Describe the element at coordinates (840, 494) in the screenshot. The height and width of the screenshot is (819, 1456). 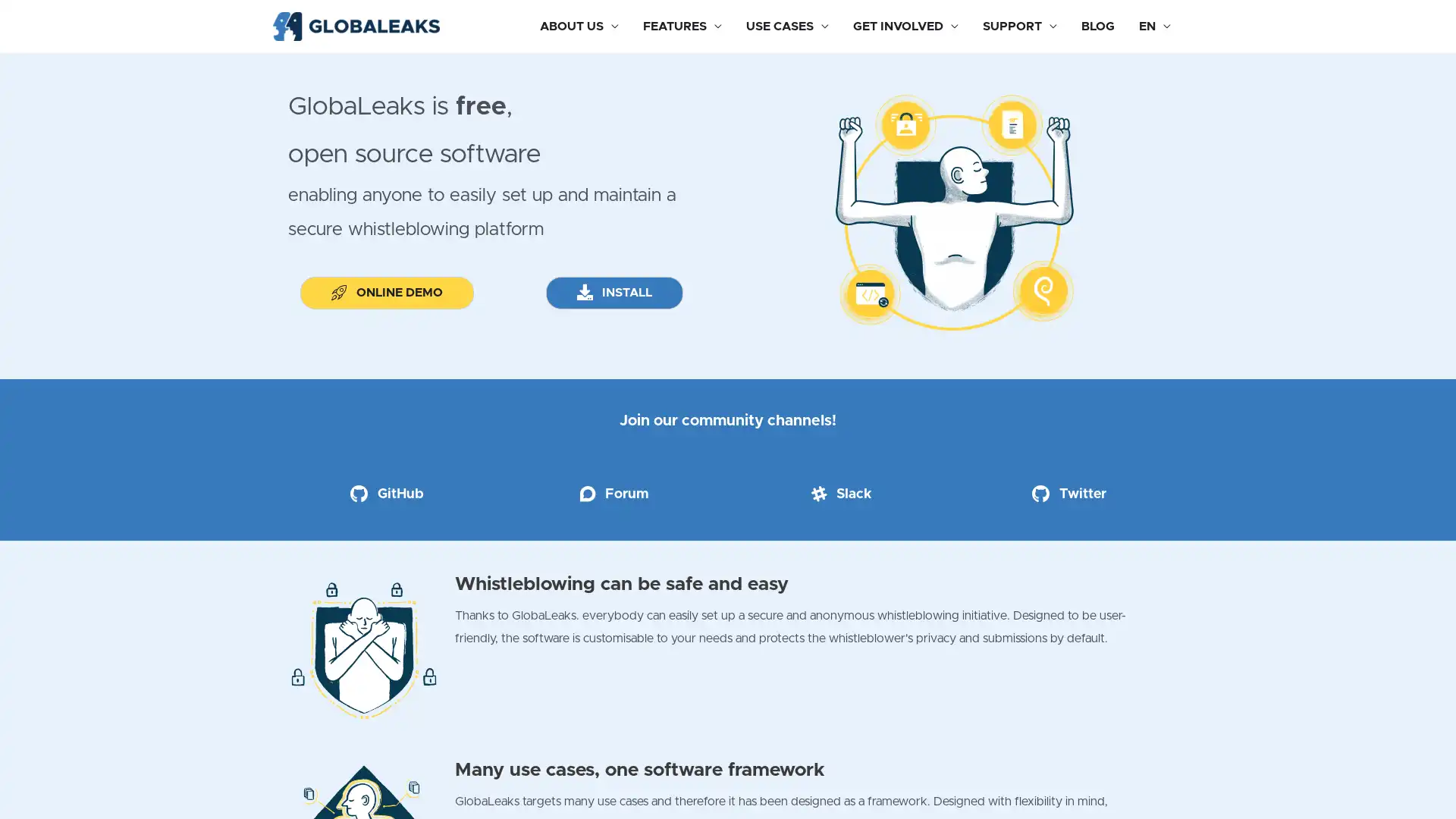
I see `Slack` at that location.